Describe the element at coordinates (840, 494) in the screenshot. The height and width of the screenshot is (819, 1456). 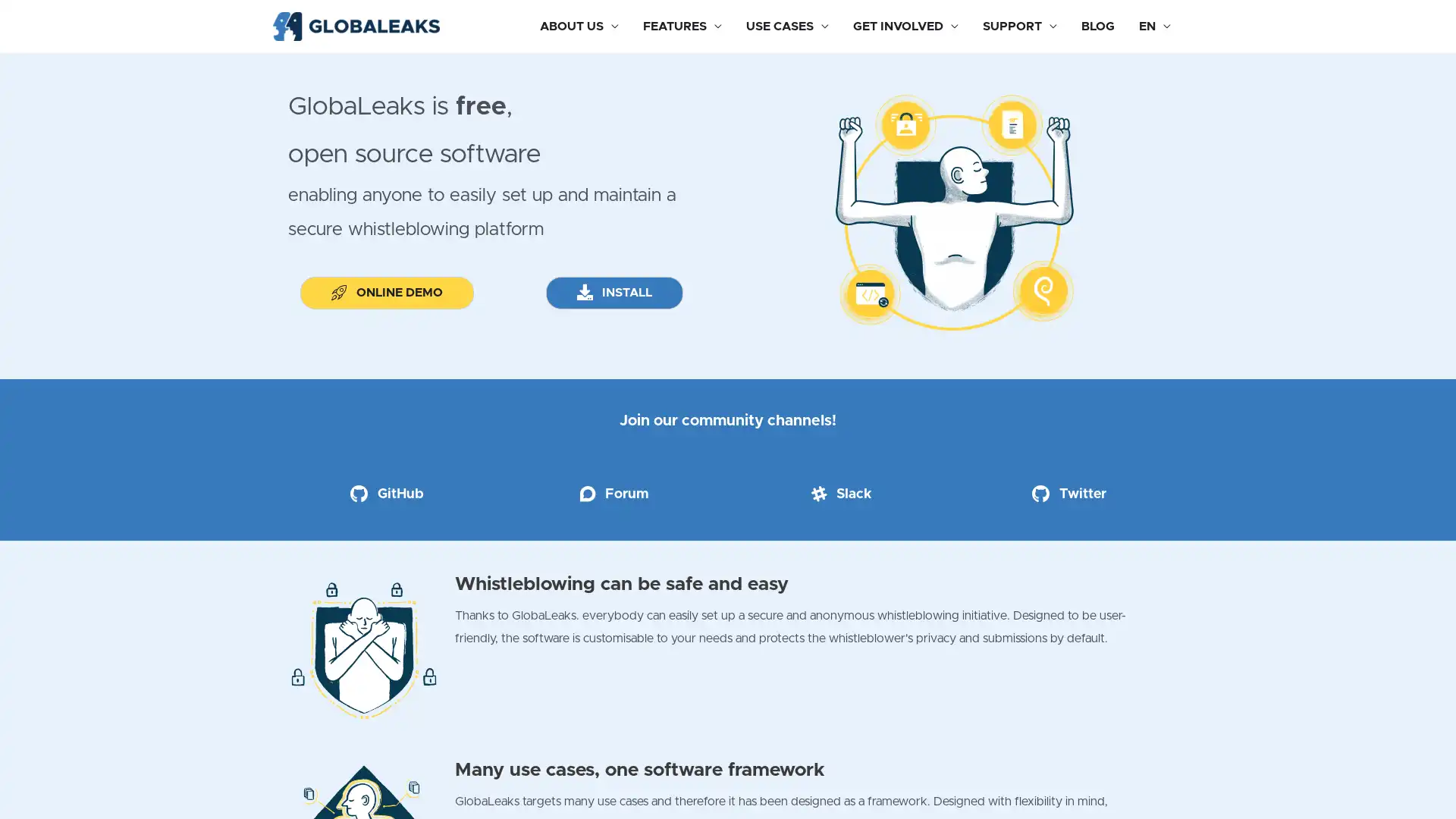
I see `Slack` at that location.